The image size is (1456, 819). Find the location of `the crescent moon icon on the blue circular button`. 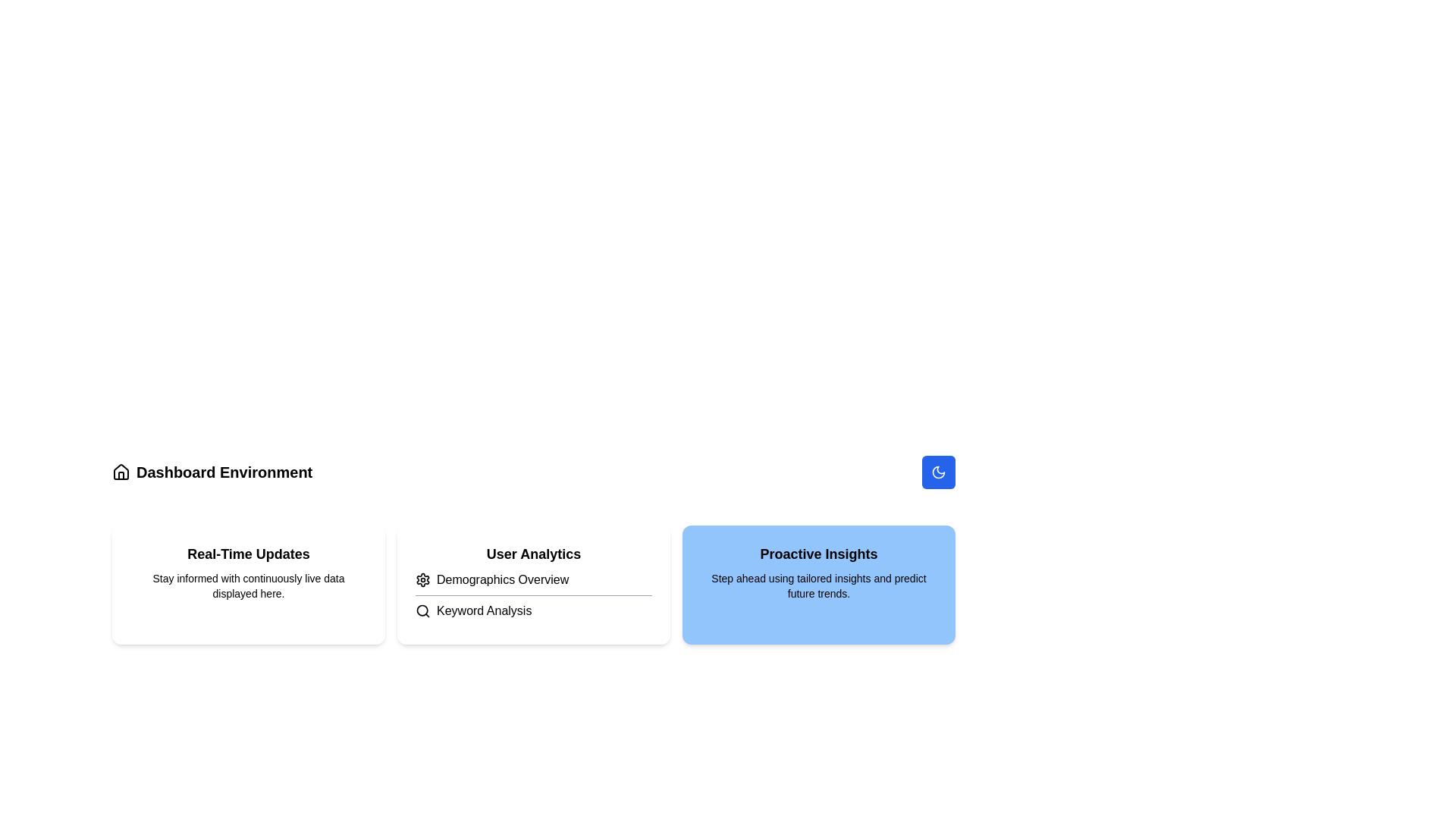

the crescent moon icon on the blue circular button is located at coordinates (938, 472).